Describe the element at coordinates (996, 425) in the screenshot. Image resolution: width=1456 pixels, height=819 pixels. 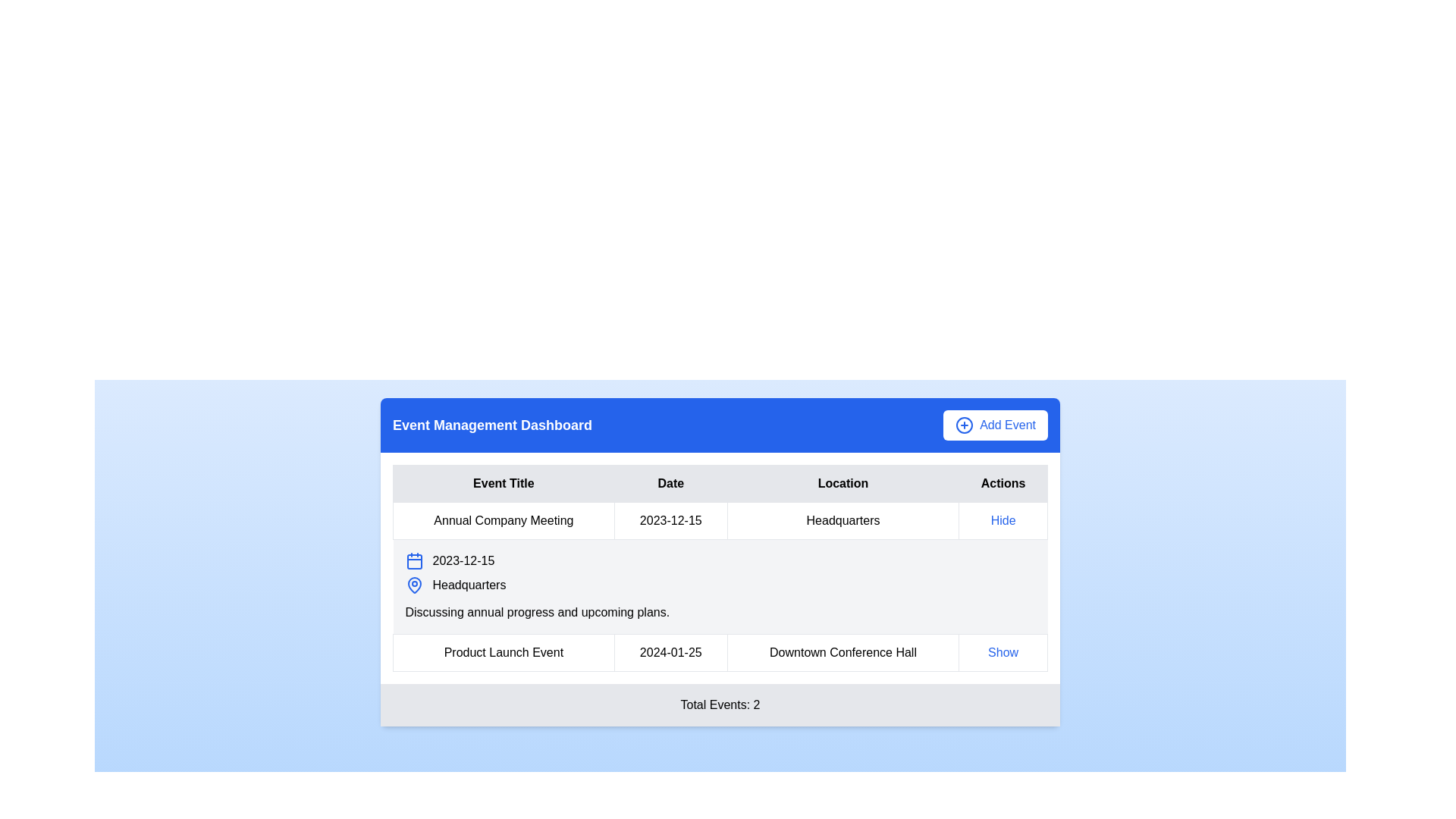
I see `the 'Add New Event' button located in the top-right corner of the blue header section titled 'Event Management Dashboard' to modify its background color` at that location.